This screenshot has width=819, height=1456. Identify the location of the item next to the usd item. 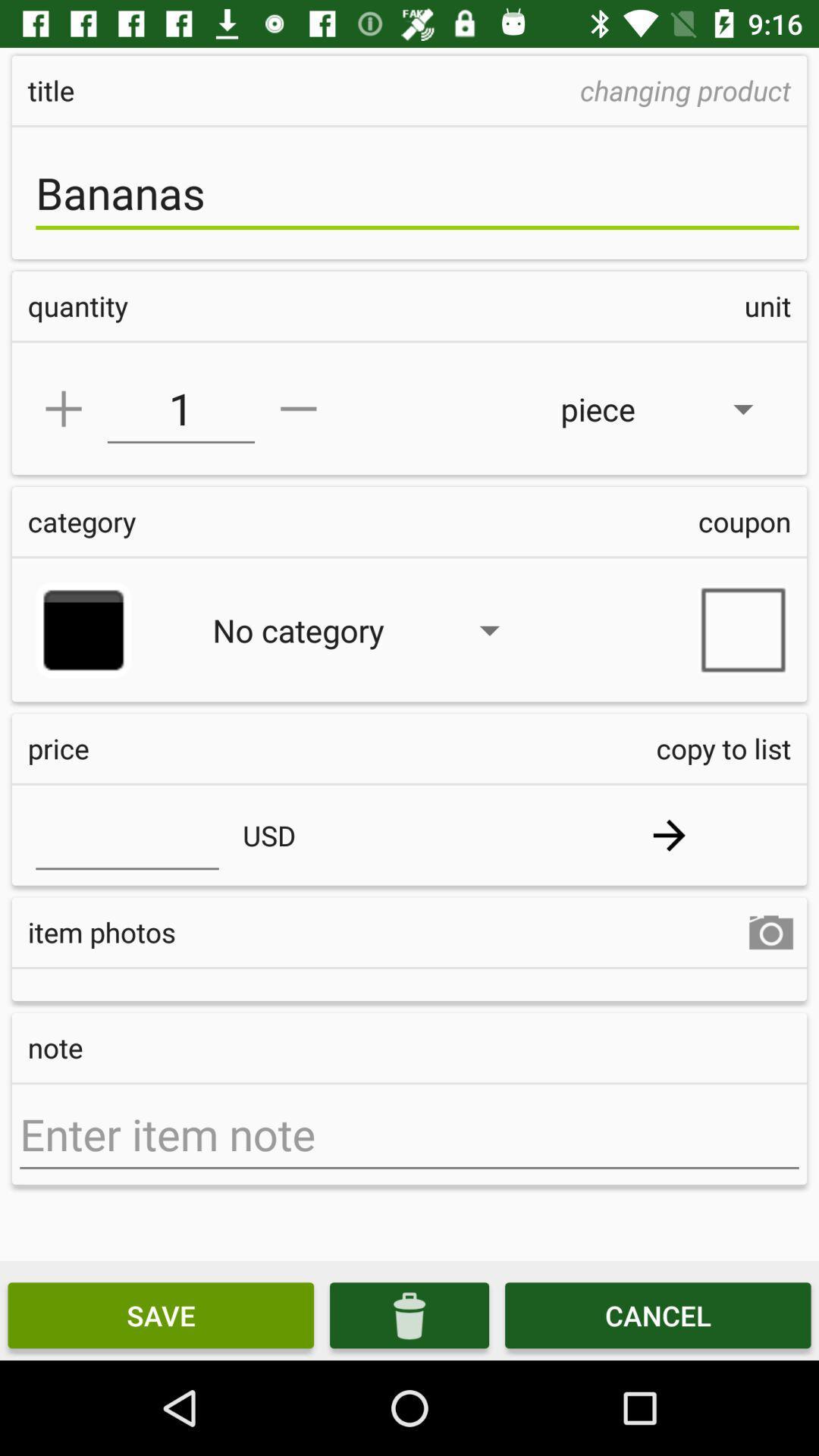
(668, 834).